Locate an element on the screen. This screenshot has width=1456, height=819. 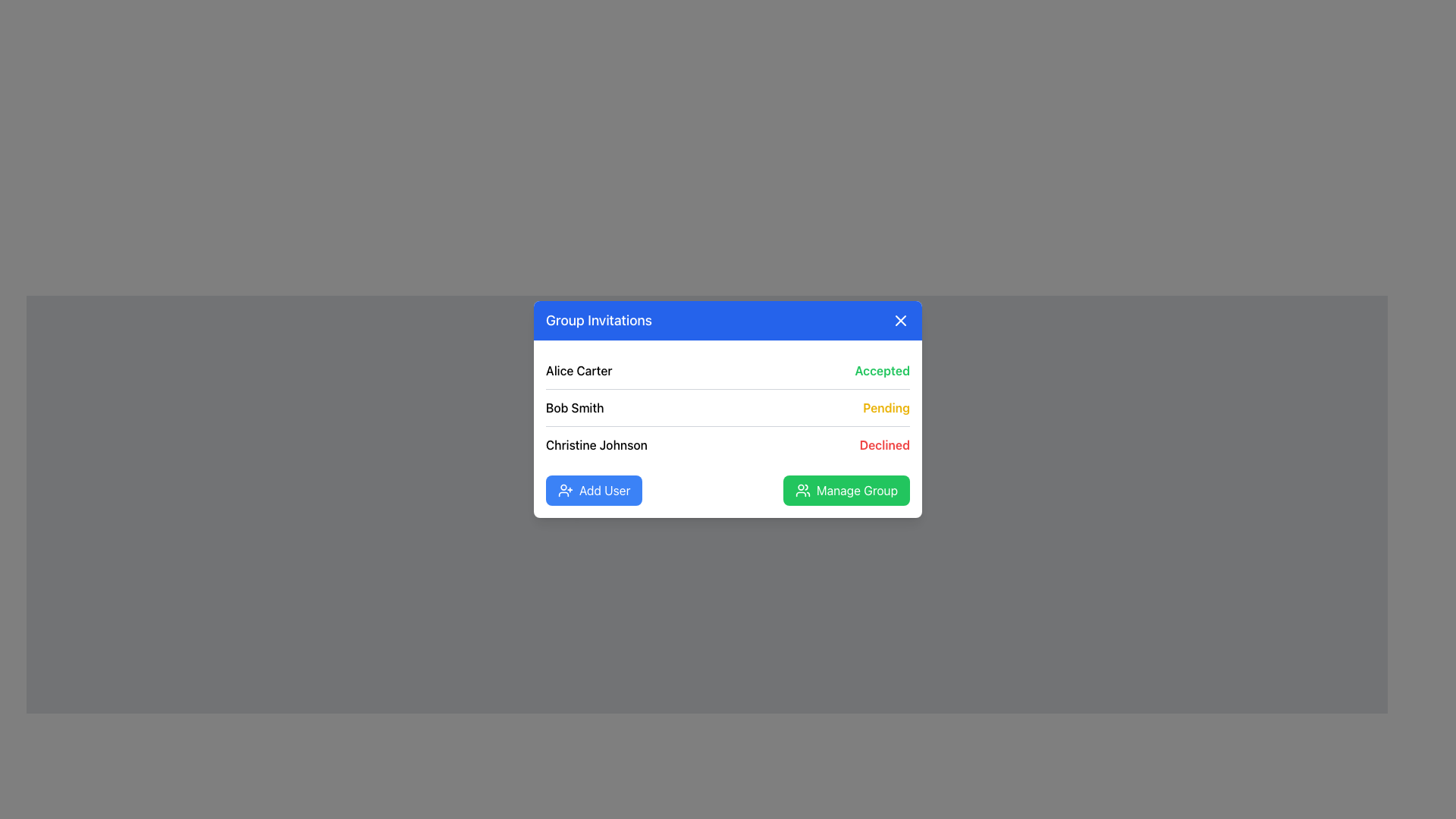
the user silhouette icon with a plus sign located inside the 'Add User' button at the bottom-left of the 'Group Invitations' panel is located at coordinates (564, 491).